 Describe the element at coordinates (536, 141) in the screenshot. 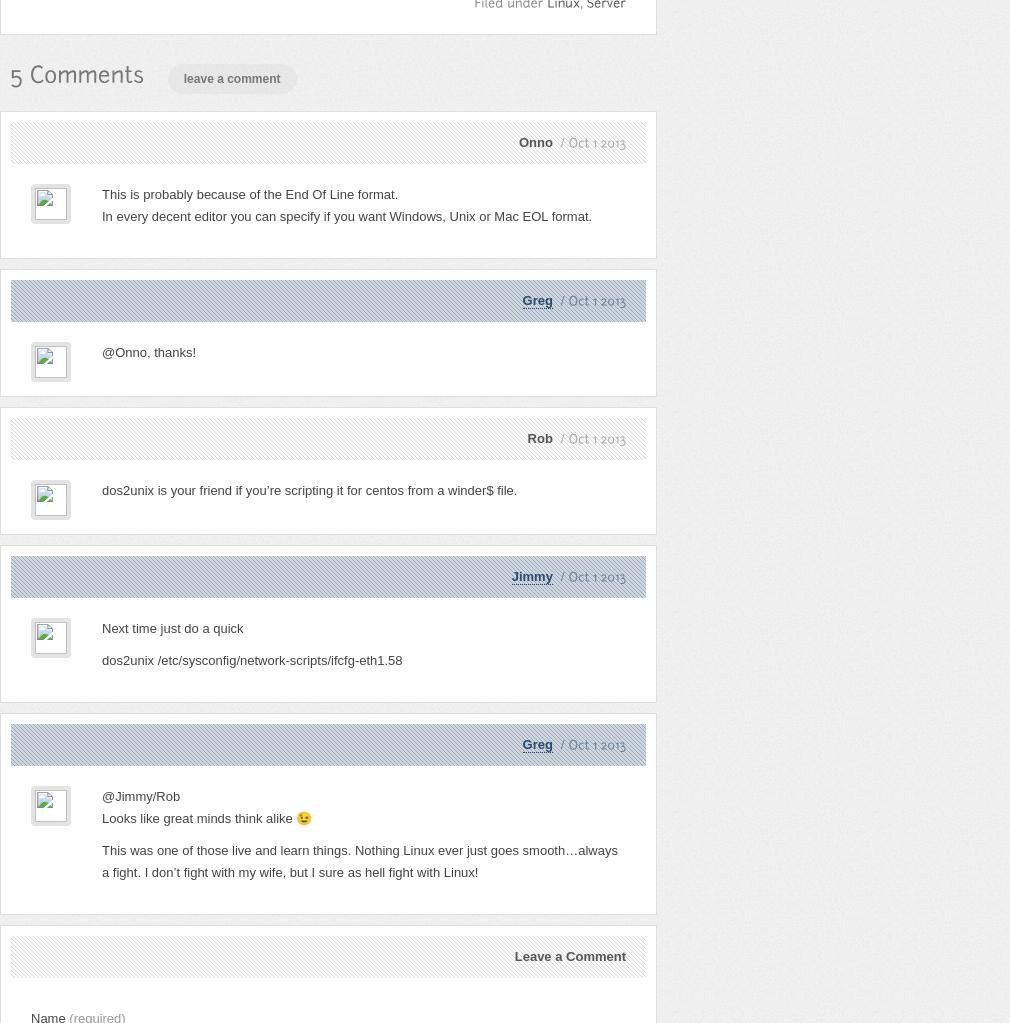

I see `'Onno'` at that location.